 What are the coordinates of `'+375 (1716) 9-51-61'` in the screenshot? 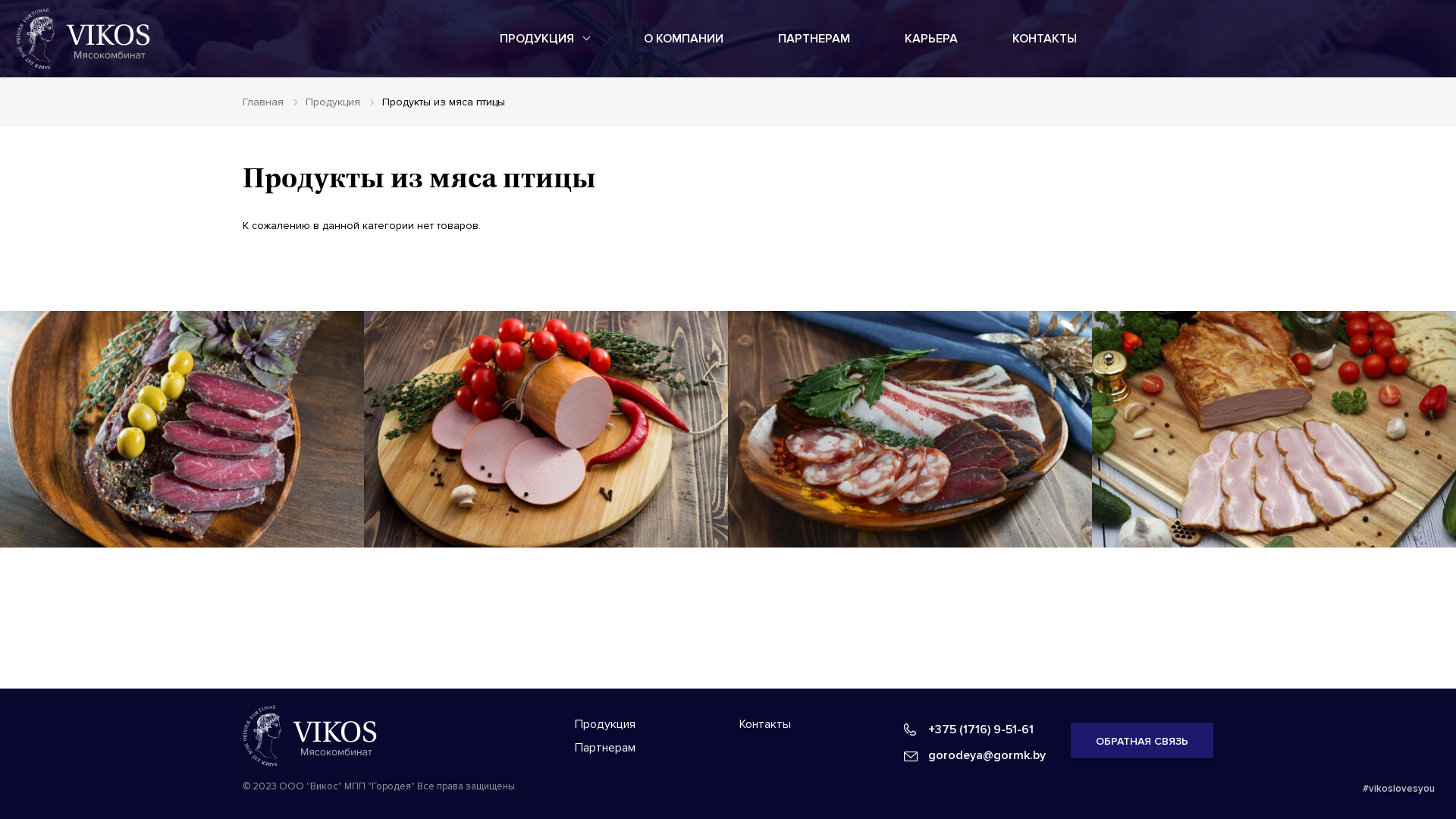 It's located at (968, 728).